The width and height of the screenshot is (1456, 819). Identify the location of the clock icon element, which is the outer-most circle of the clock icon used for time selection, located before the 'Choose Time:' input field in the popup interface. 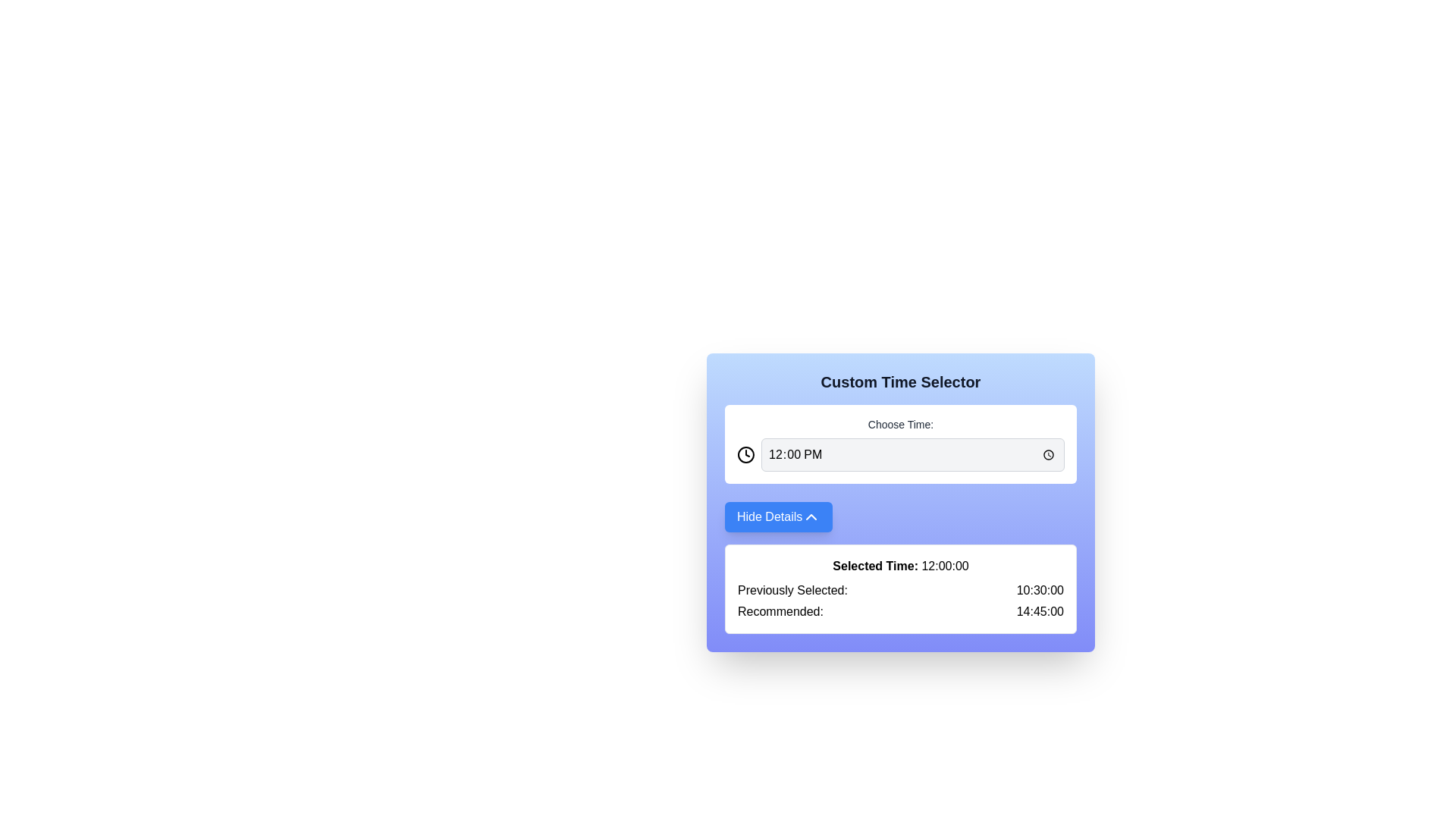
(745, 454).